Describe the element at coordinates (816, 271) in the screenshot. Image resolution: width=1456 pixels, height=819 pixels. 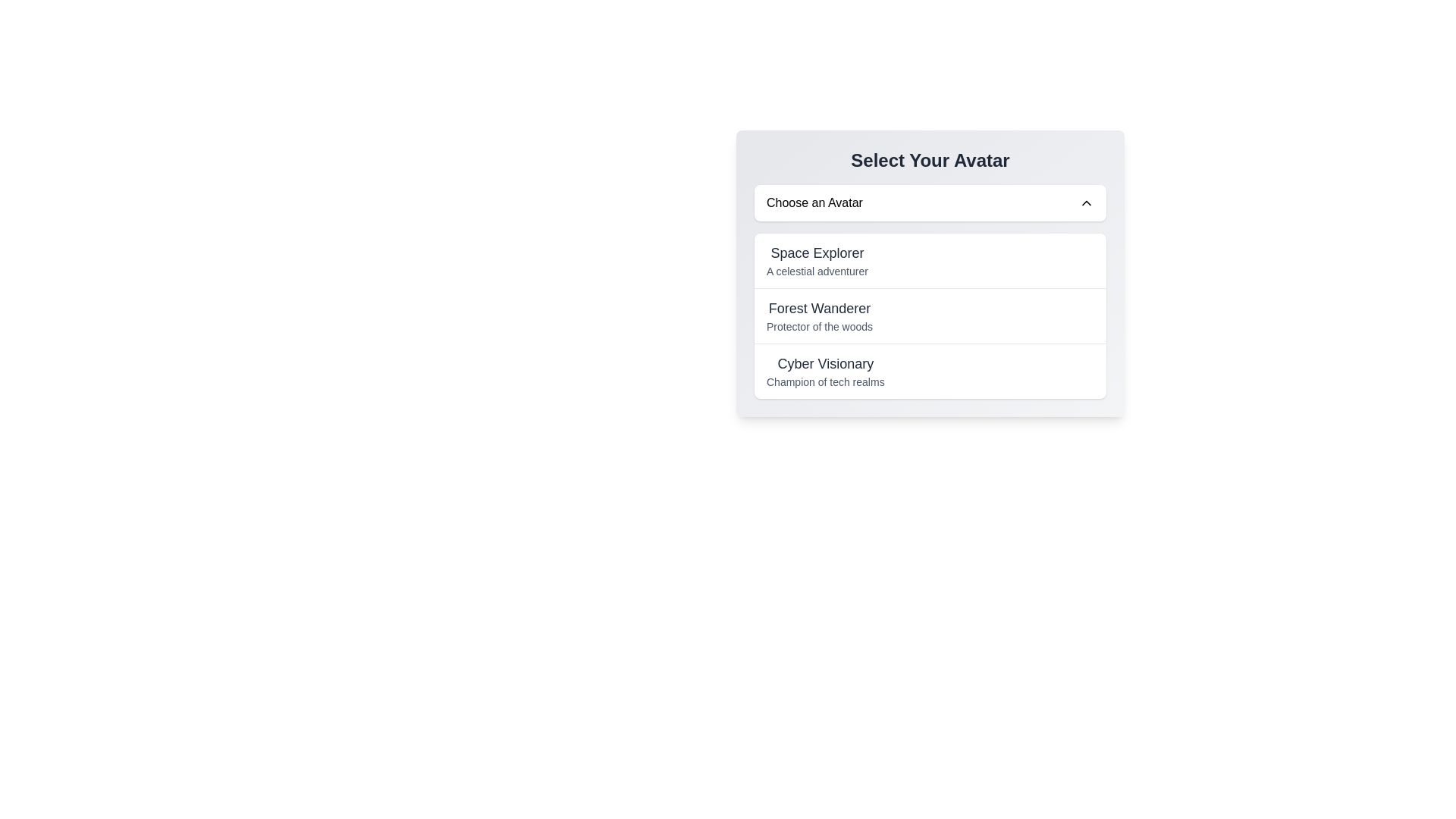
I see `the text label reading 'A celestial adventurer' that is styled in smaller gray text, located beneath 'Space Explorer' in the dropdown card labeled 'Select Your Avatar'` at that location.